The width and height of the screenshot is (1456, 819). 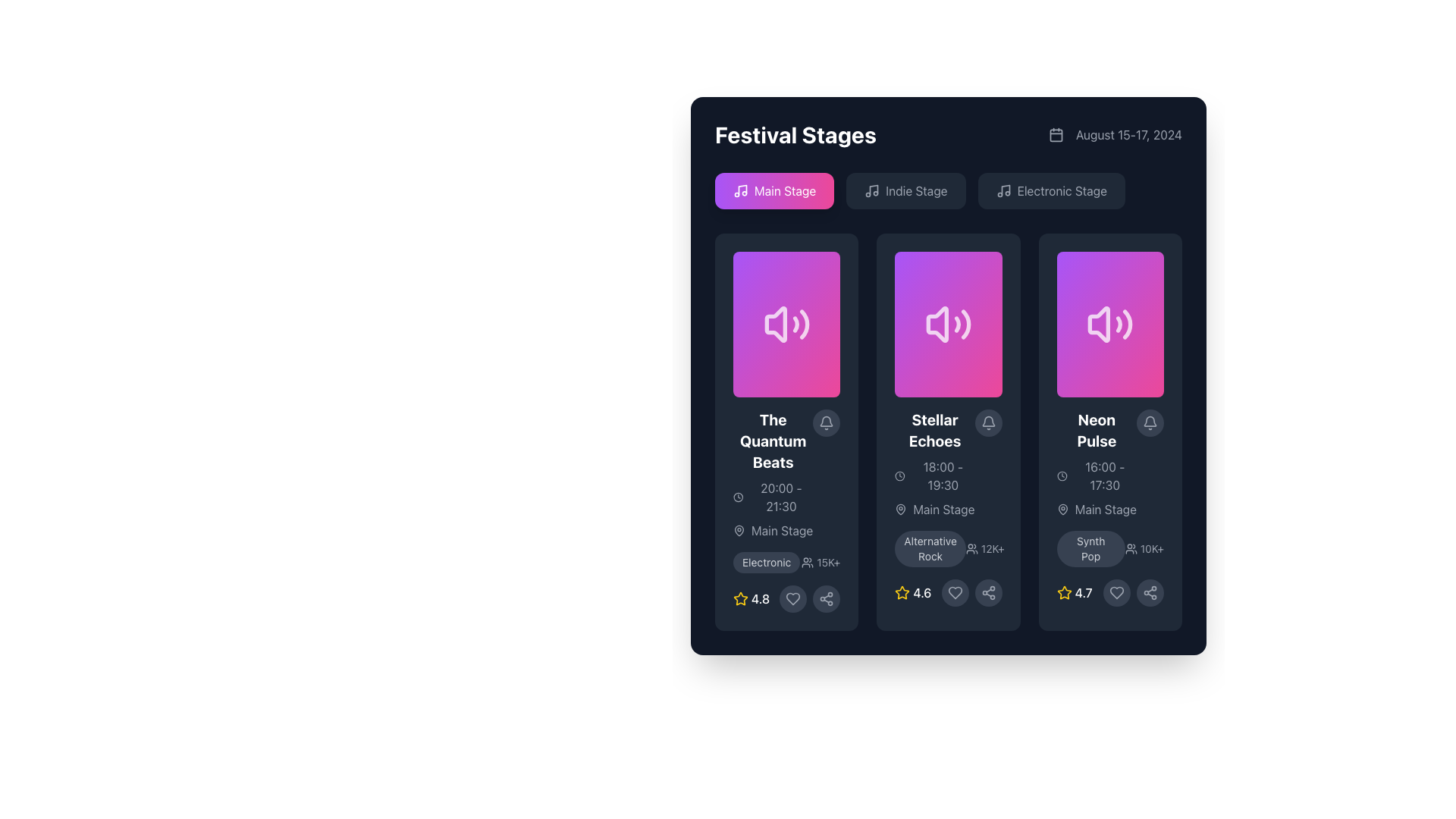 What do you see at coordinates (1150, 421) in the screenshot?
I see `the notification bell icon located at the upper-right corner of the 'Neon Pulse' card` at bounding box center [1150, 421].